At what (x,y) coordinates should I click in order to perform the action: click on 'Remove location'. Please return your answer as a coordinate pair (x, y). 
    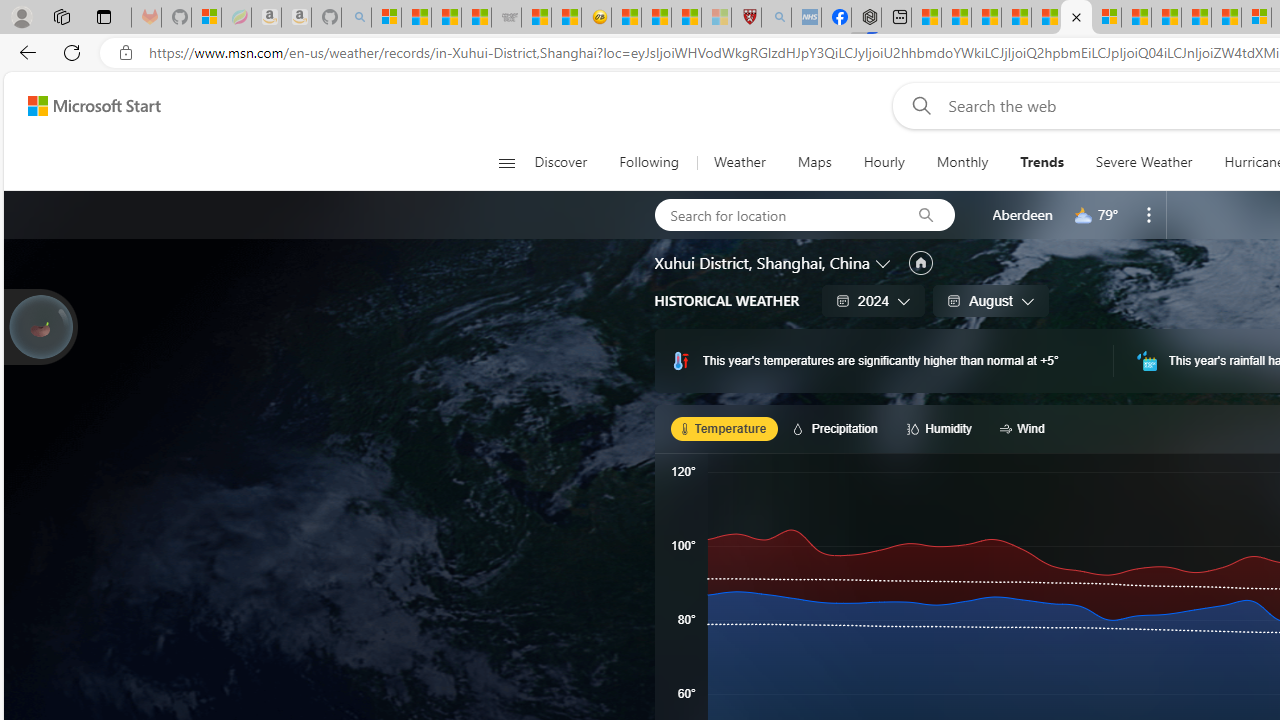
    Looking at the image, I should click on (1149, 214).